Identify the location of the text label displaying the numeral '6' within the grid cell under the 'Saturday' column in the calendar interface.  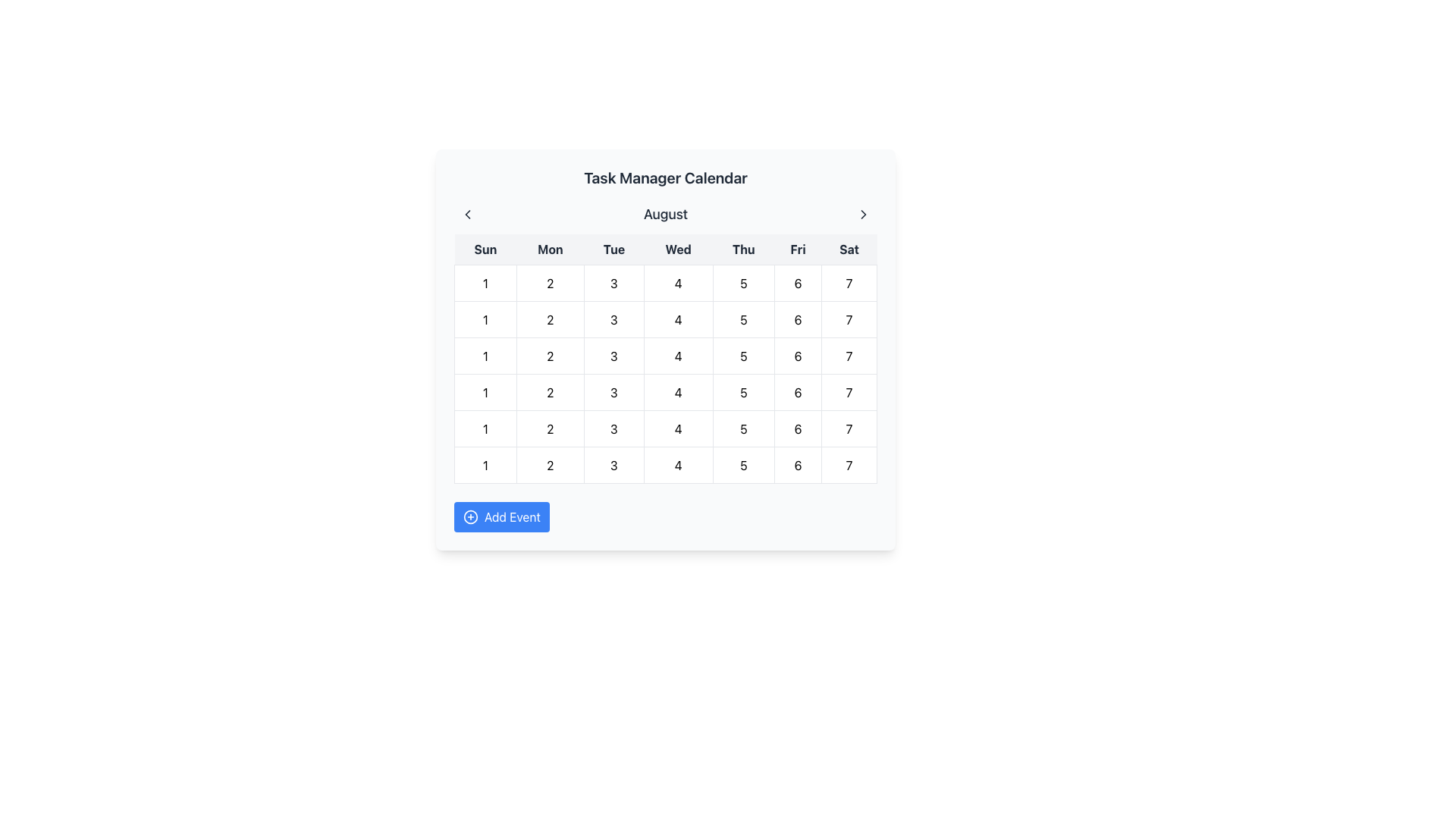
(797, 318).